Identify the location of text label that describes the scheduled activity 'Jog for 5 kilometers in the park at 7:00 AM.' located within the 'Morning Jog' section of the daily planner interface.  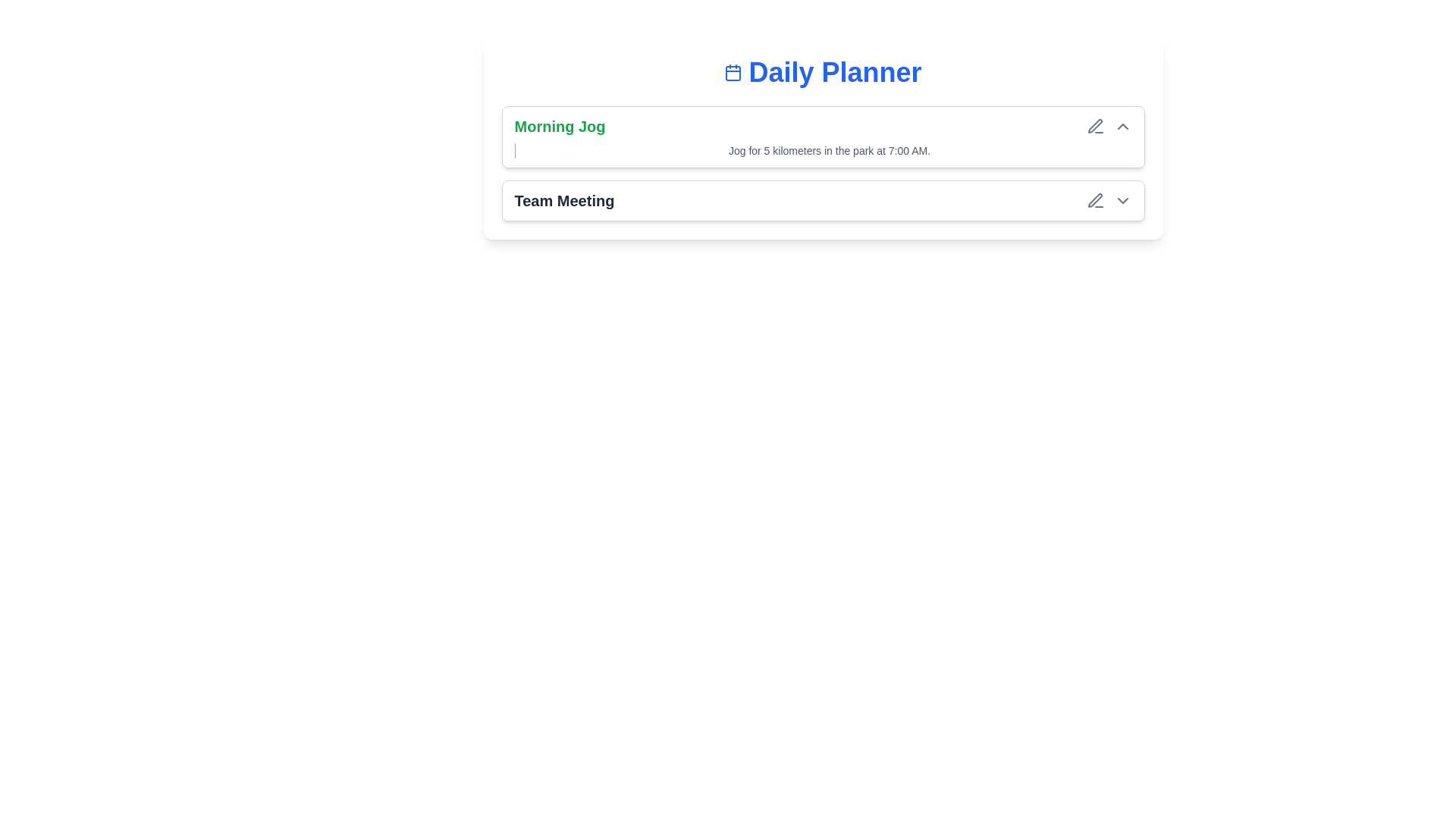
(829, 151).